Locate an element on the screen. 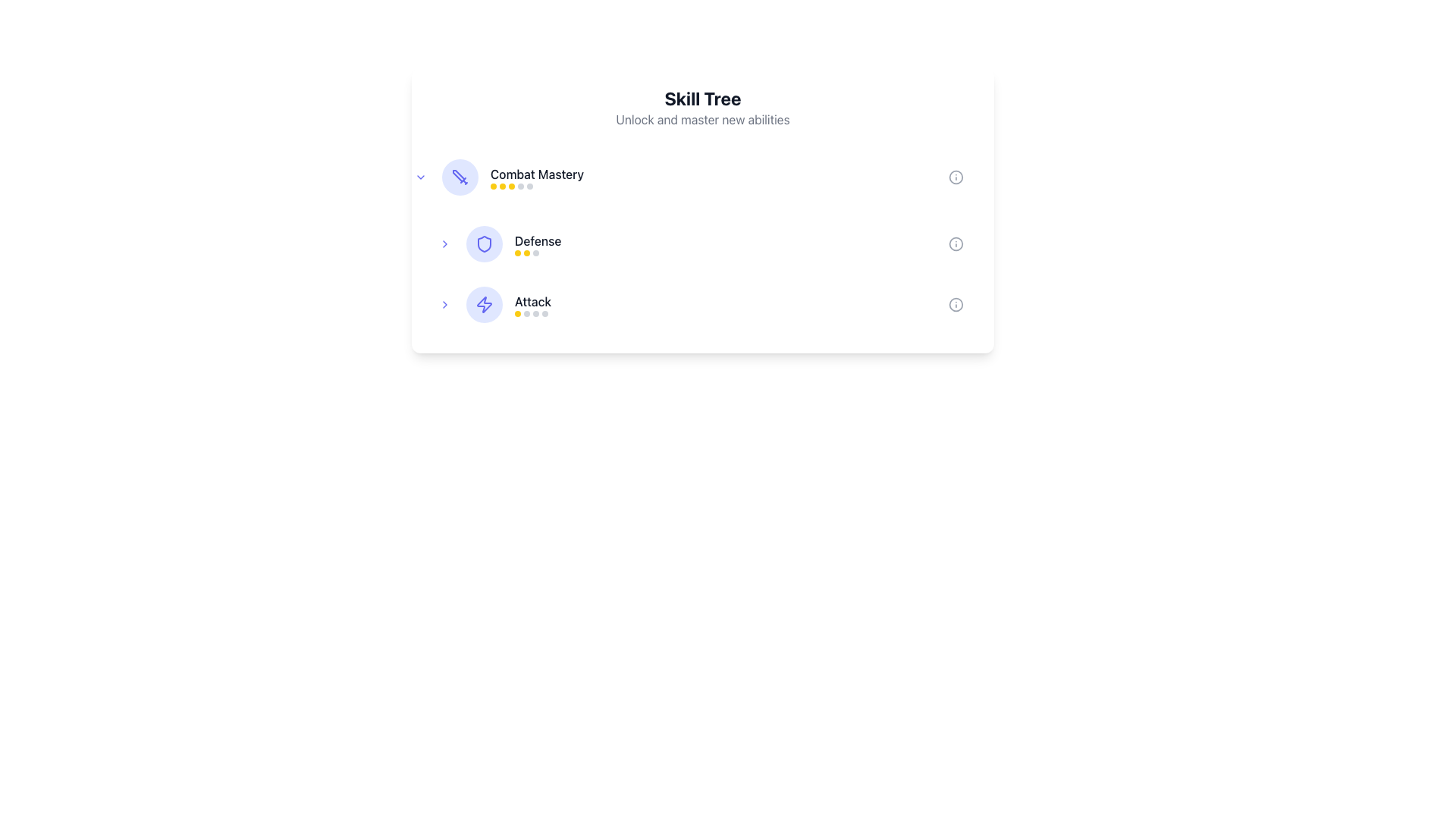 The image size is (1456, 819). the Circle (SVG Element) that serves as a visual component within the information icon related to the 'Defense' list item is located at coordinates (955, 243).